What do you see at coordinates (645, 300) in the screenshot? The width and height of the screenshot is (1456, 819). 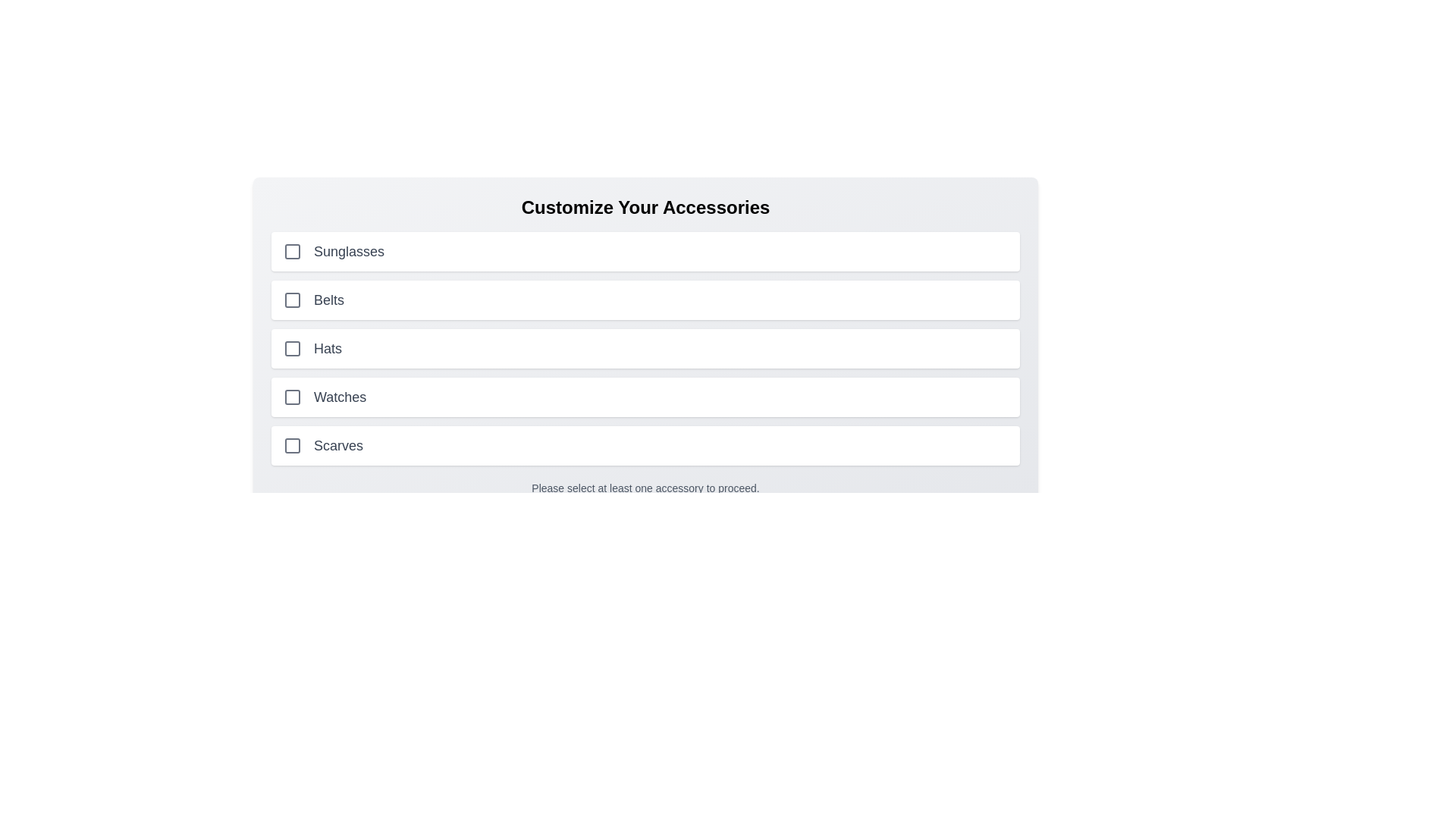 I see `the checkbox in the list item labeled 'Belts'` at bounding box center [645, 300].